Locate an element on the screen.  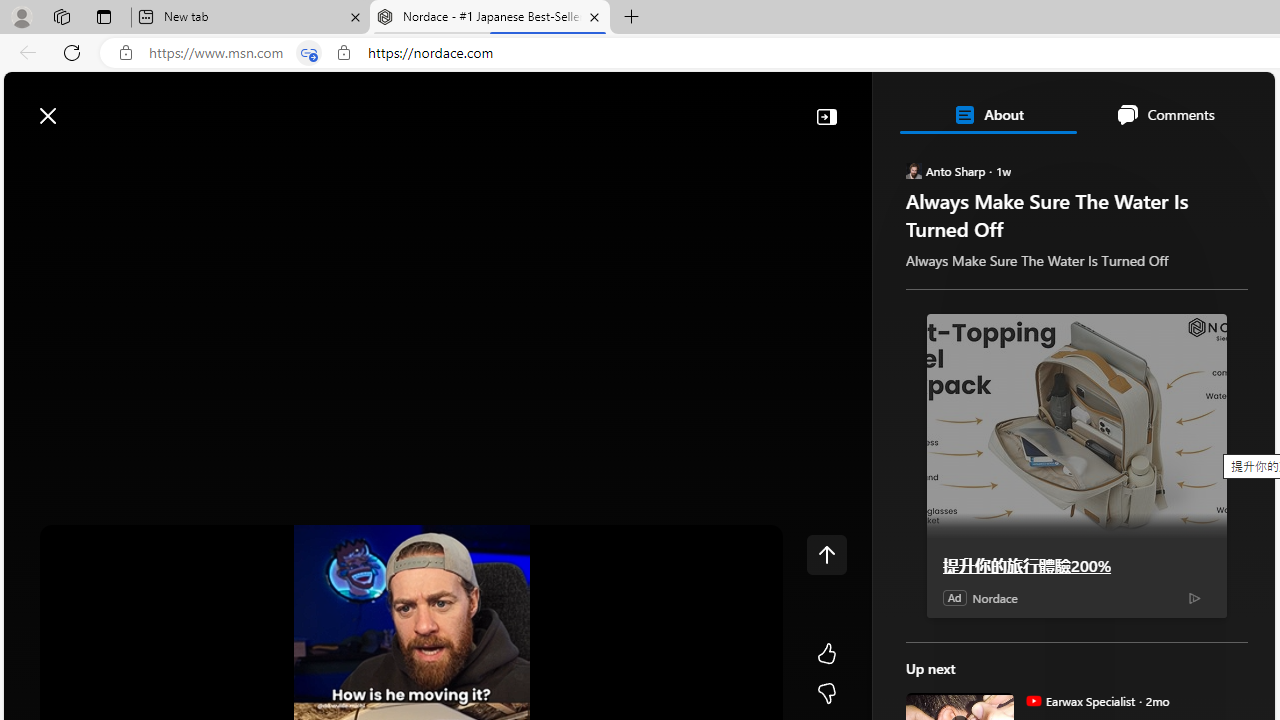
'Earwax Specialist Earwax Specialist' is located at coordinates (1079, 699).